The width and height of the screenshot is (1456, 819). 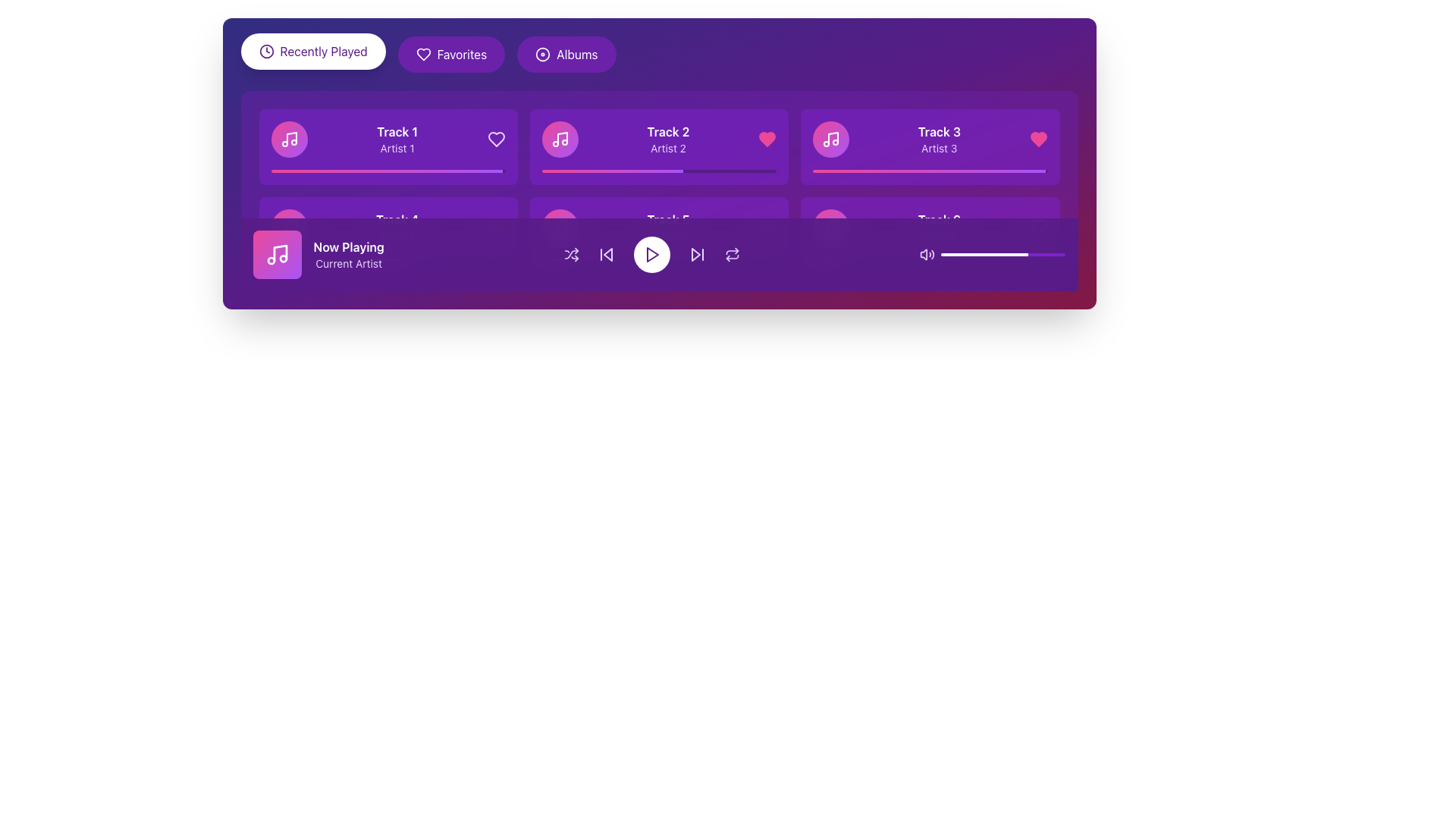 I want to click on the circular white play button with a purple-bordered triangular play icon located at the center of the music control bar to play or pause the music track, so click(x=652, y=253).